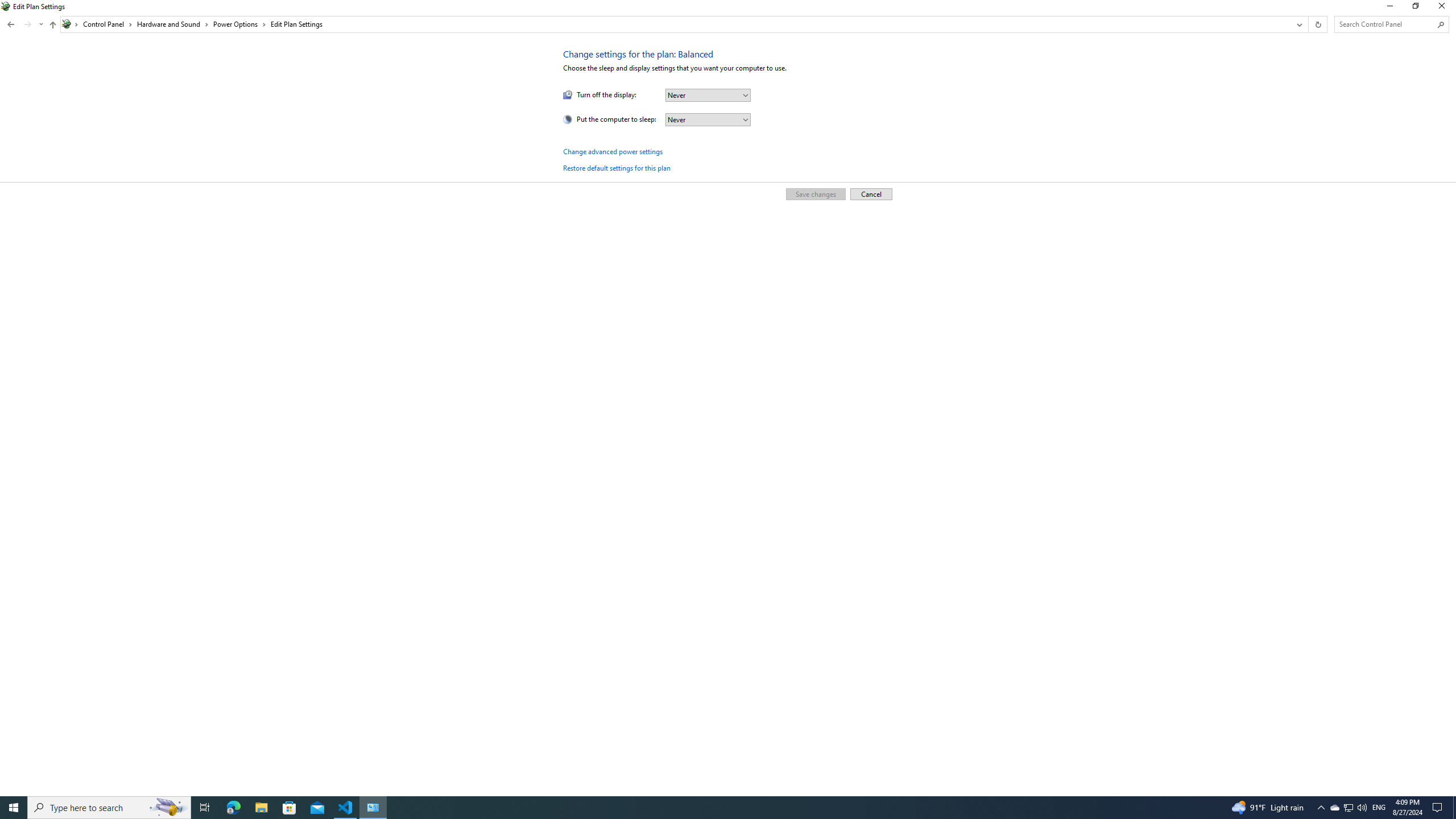 Image resolution: width=1456 pixels, height=819 pixels. I want to click on 'Search highlights icon opens search home window', so click(167, 806).